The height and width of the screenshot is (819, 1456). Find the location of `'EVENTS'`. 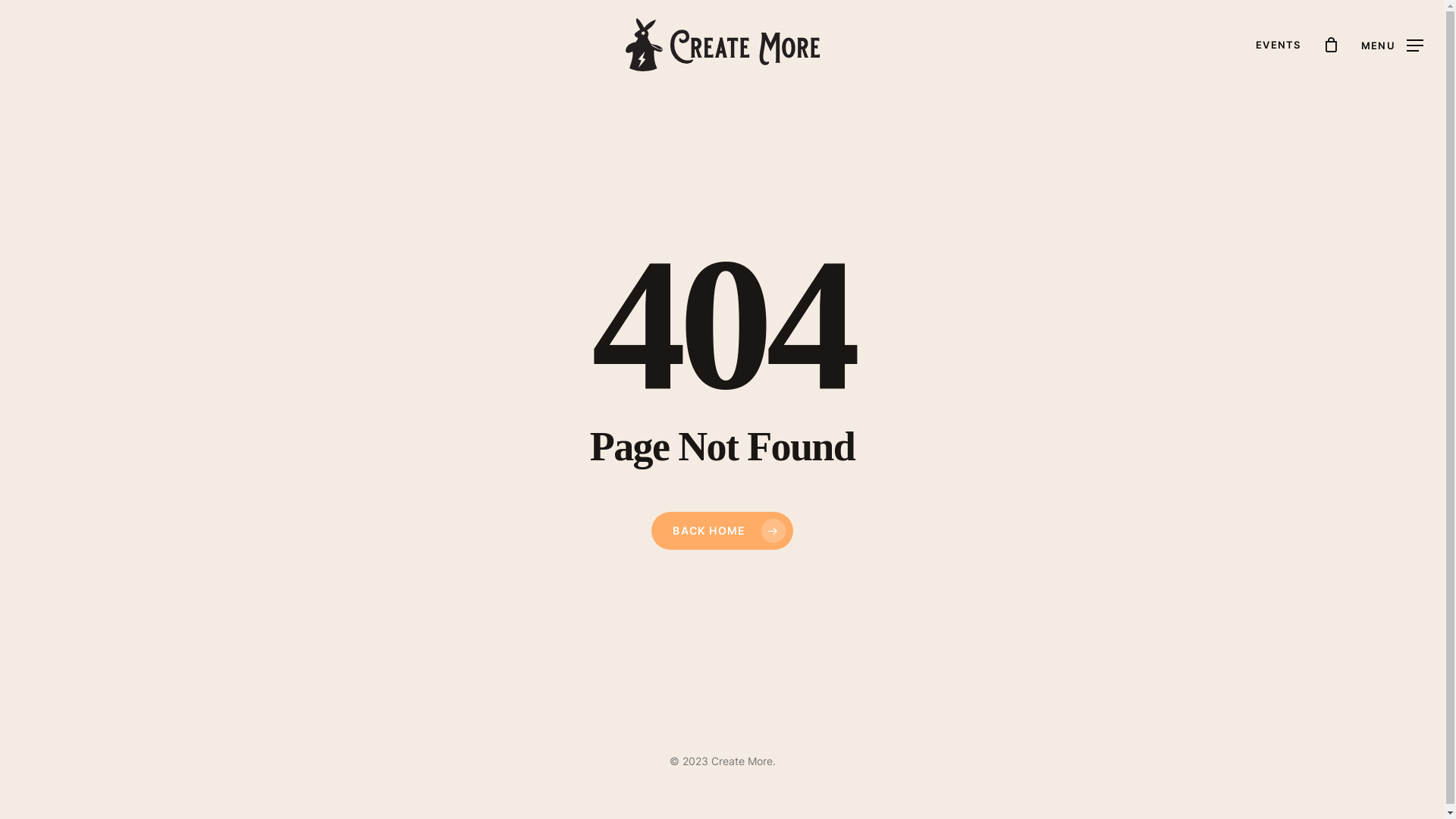

'EVENTS' is located at coordinates (1277, 43).